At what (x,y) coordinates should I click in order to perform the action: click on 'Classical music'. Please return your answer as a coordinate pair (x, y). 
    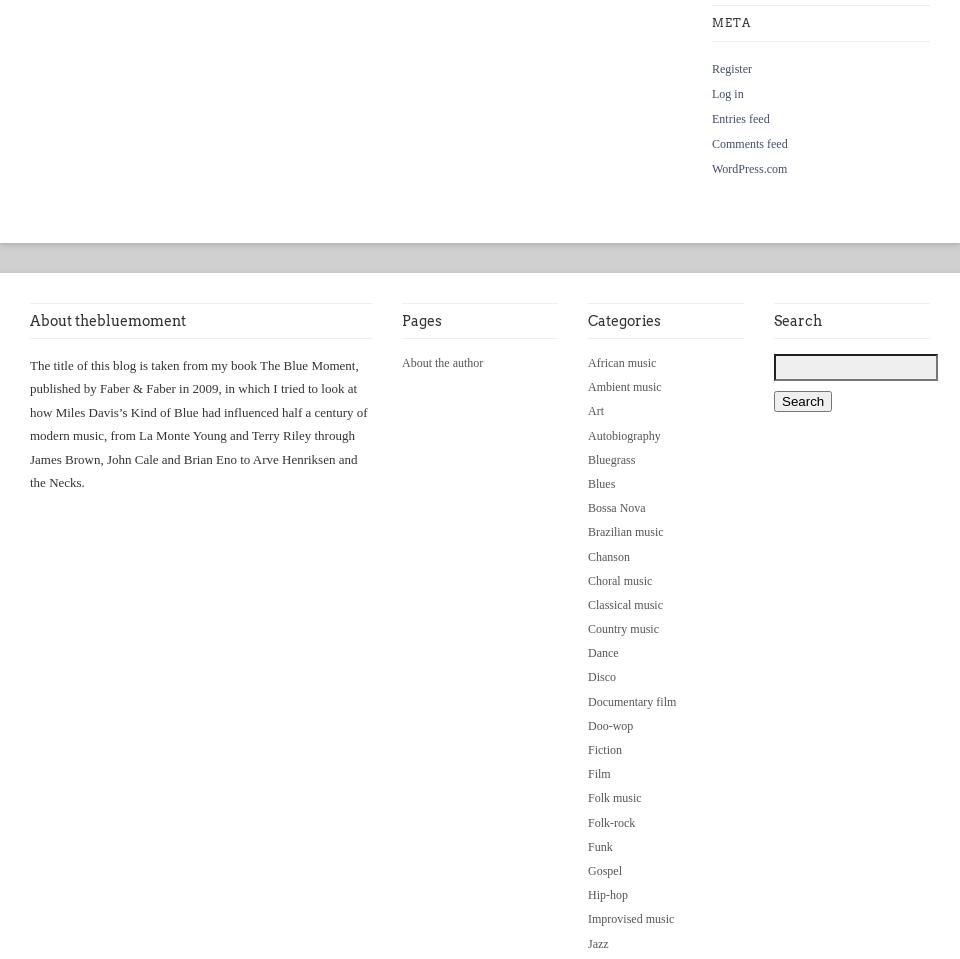
    Looking at the image, I should click on (624, 602).